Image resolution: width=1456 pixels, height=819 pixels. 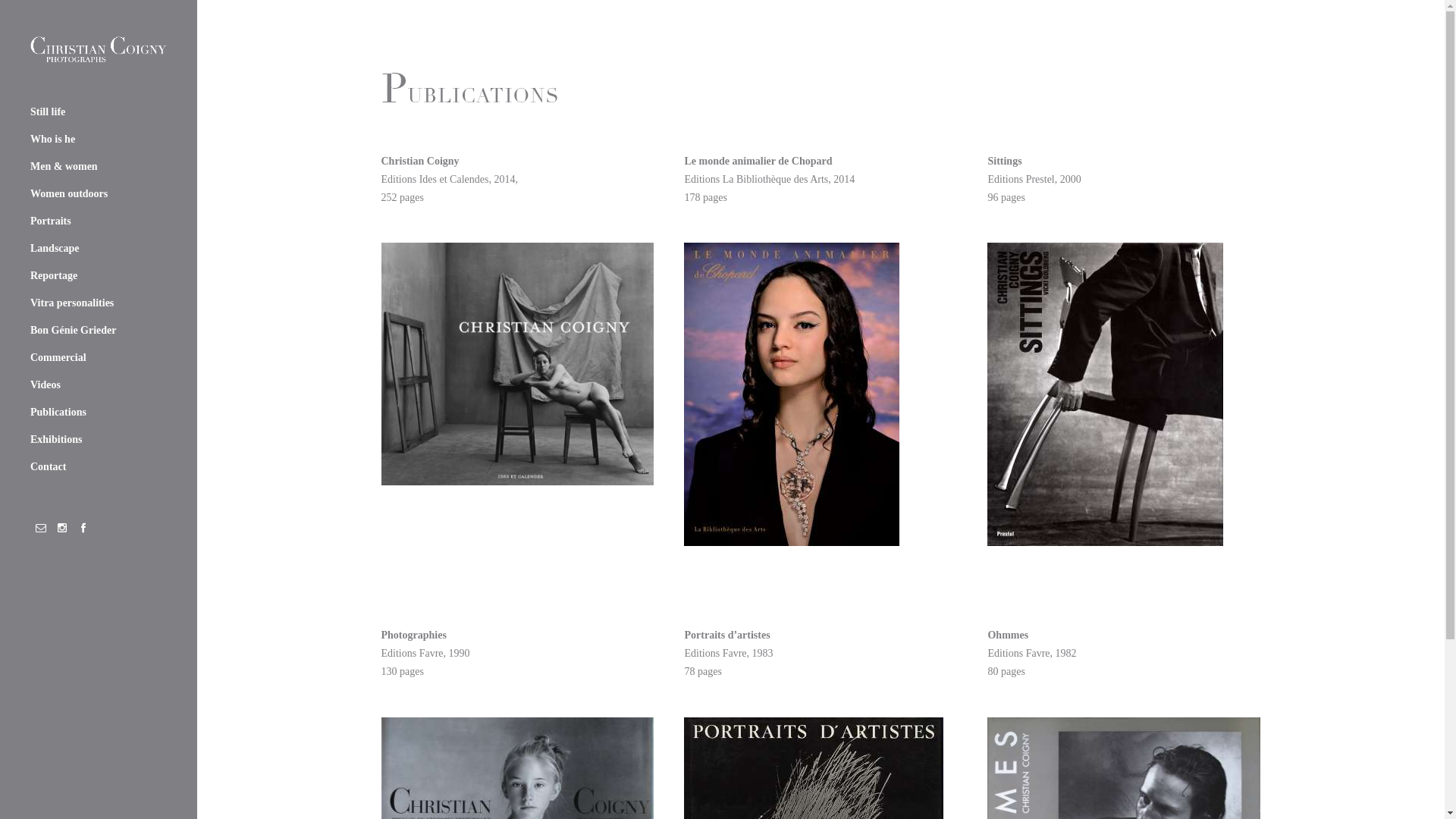 What do you see at coordinates (61, 526) in the screenshot?
I see `'social_instagram'` at bounding box center [61, 526].